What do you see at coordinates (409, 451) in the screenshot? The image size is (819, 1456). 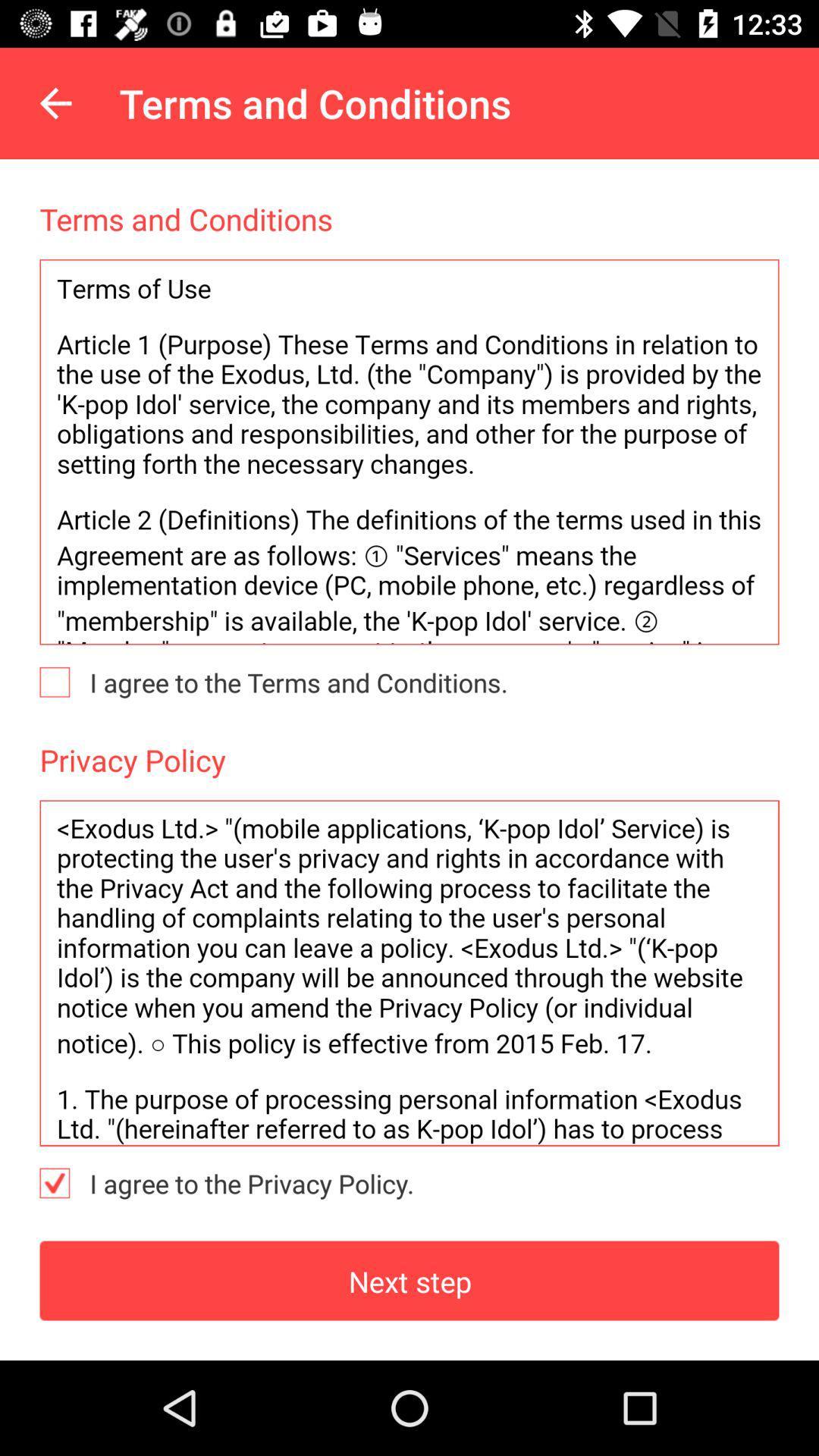 I see `read terms of use` at bounding box center [409, 451].